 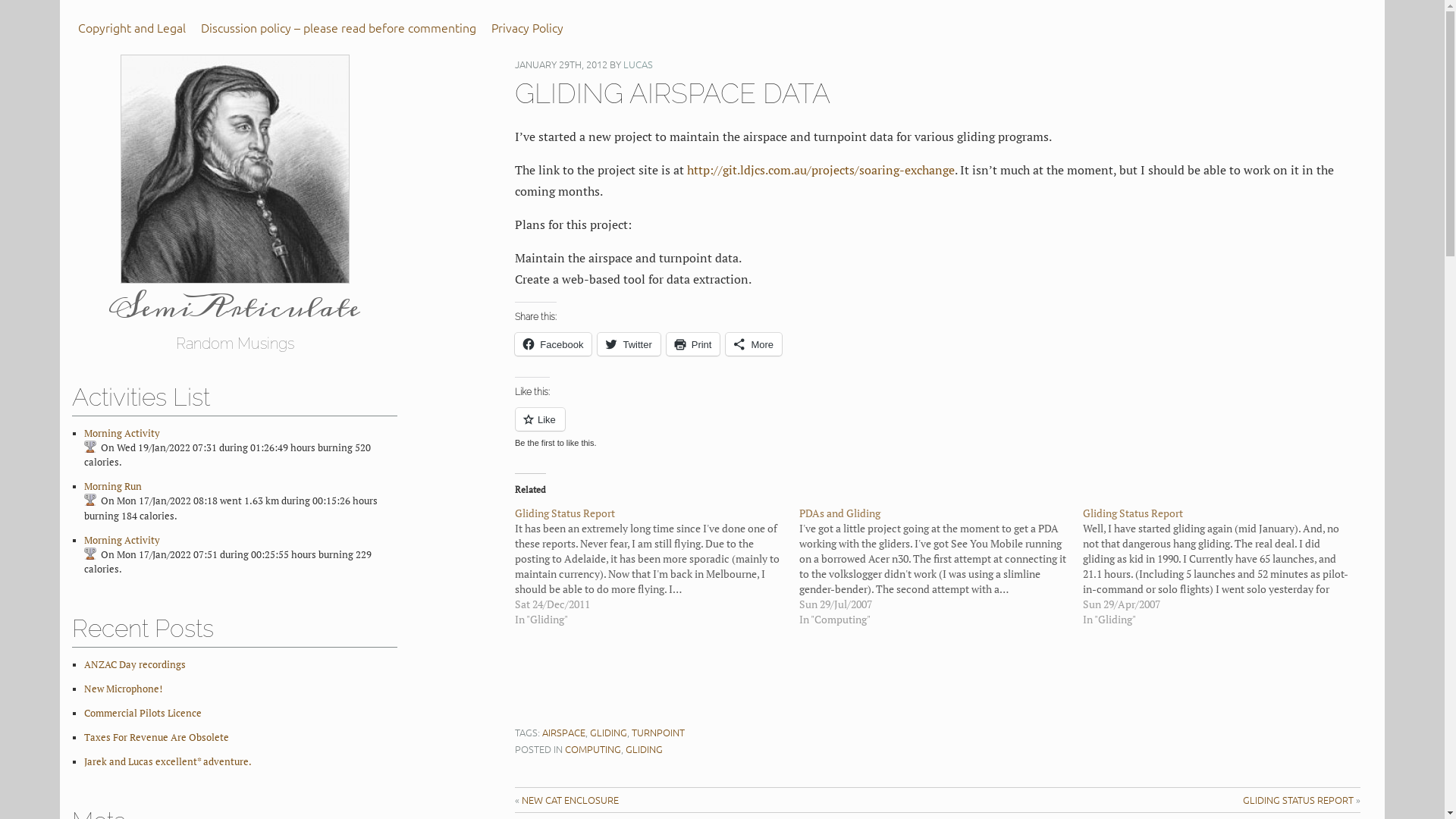 What do you see at coordinates (570, 799) in the screenshot?
I see `'NEW CAT ENCLOSURE'` at bounding box center [570, 799].